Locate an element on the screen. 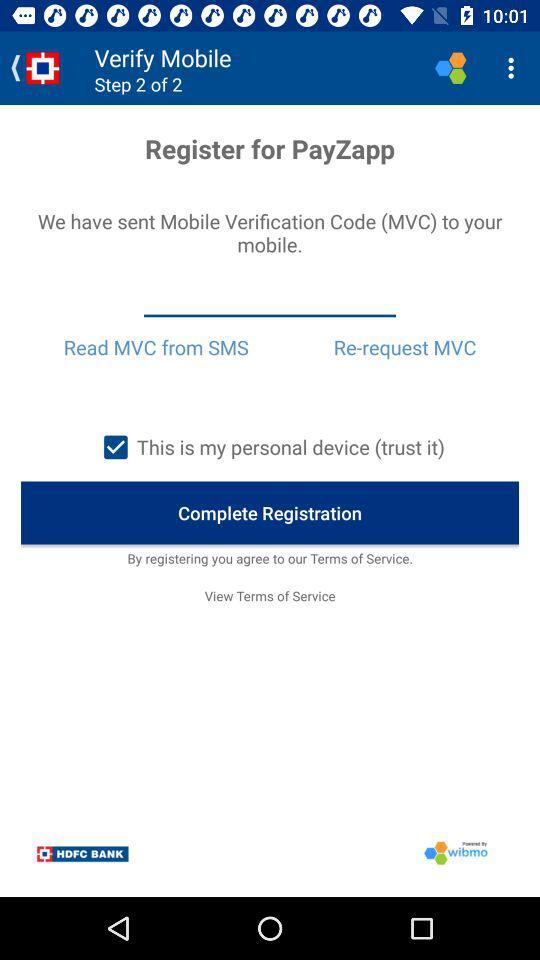  item above the this is my is located at coordinates (405, 347).